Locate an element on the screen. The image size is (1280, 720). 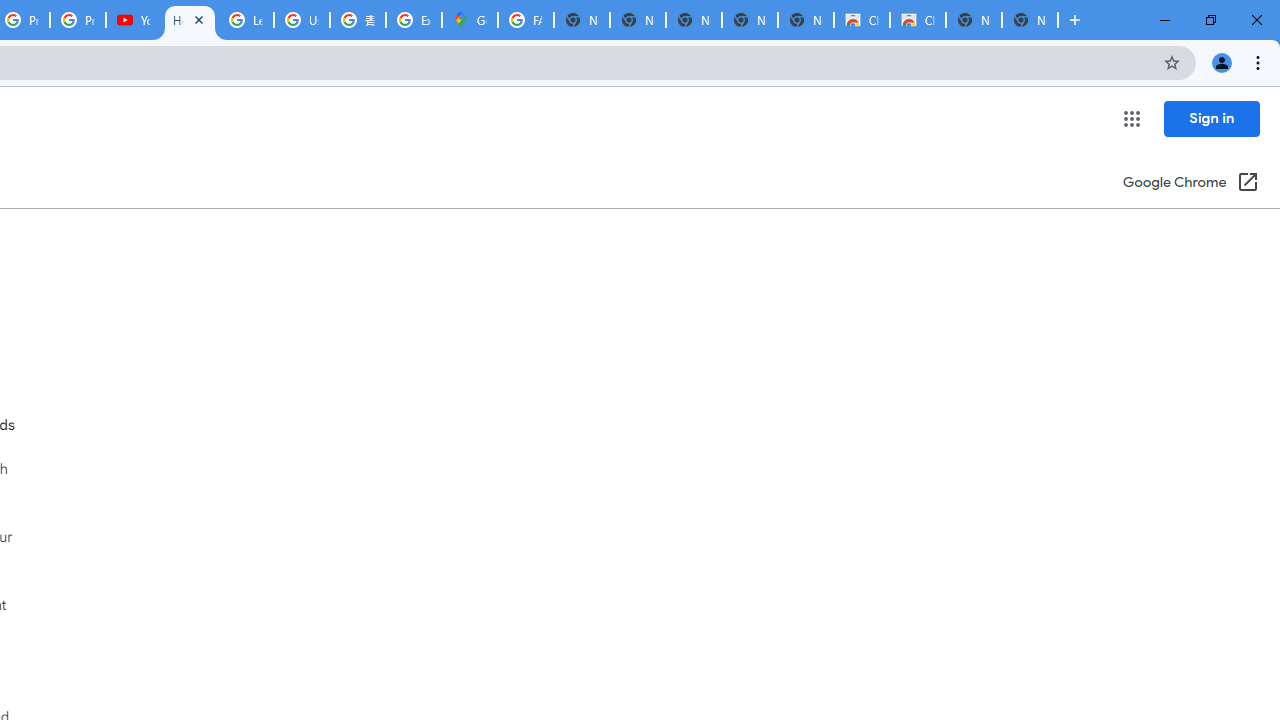
'Privacy Checkup' is located at coordinates (78, 20).